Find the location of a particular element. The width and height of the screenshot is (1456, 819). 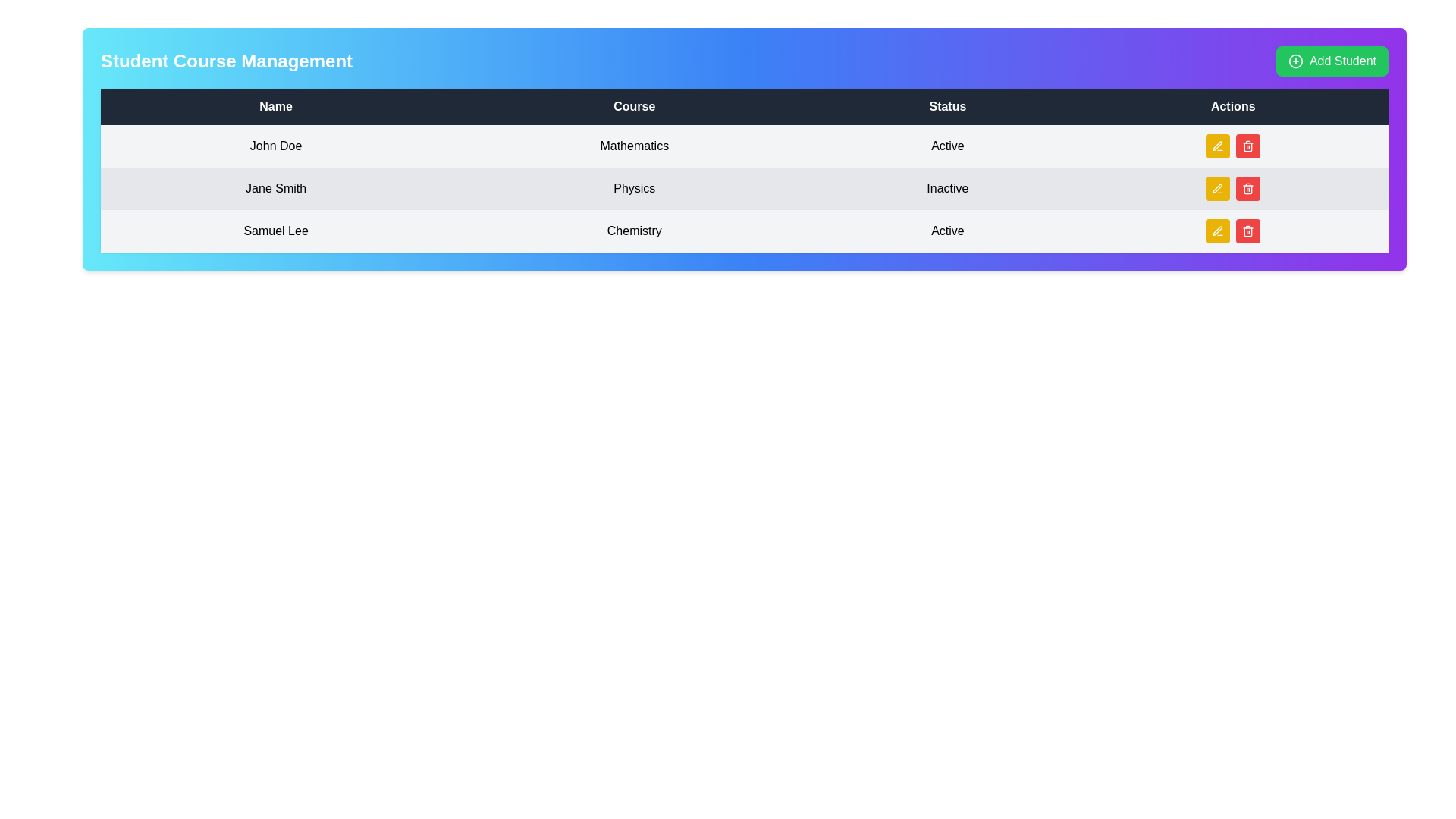

the edit icon button in the 'Actions' column for 'John Doe' is located at coordinates (1218, 188).